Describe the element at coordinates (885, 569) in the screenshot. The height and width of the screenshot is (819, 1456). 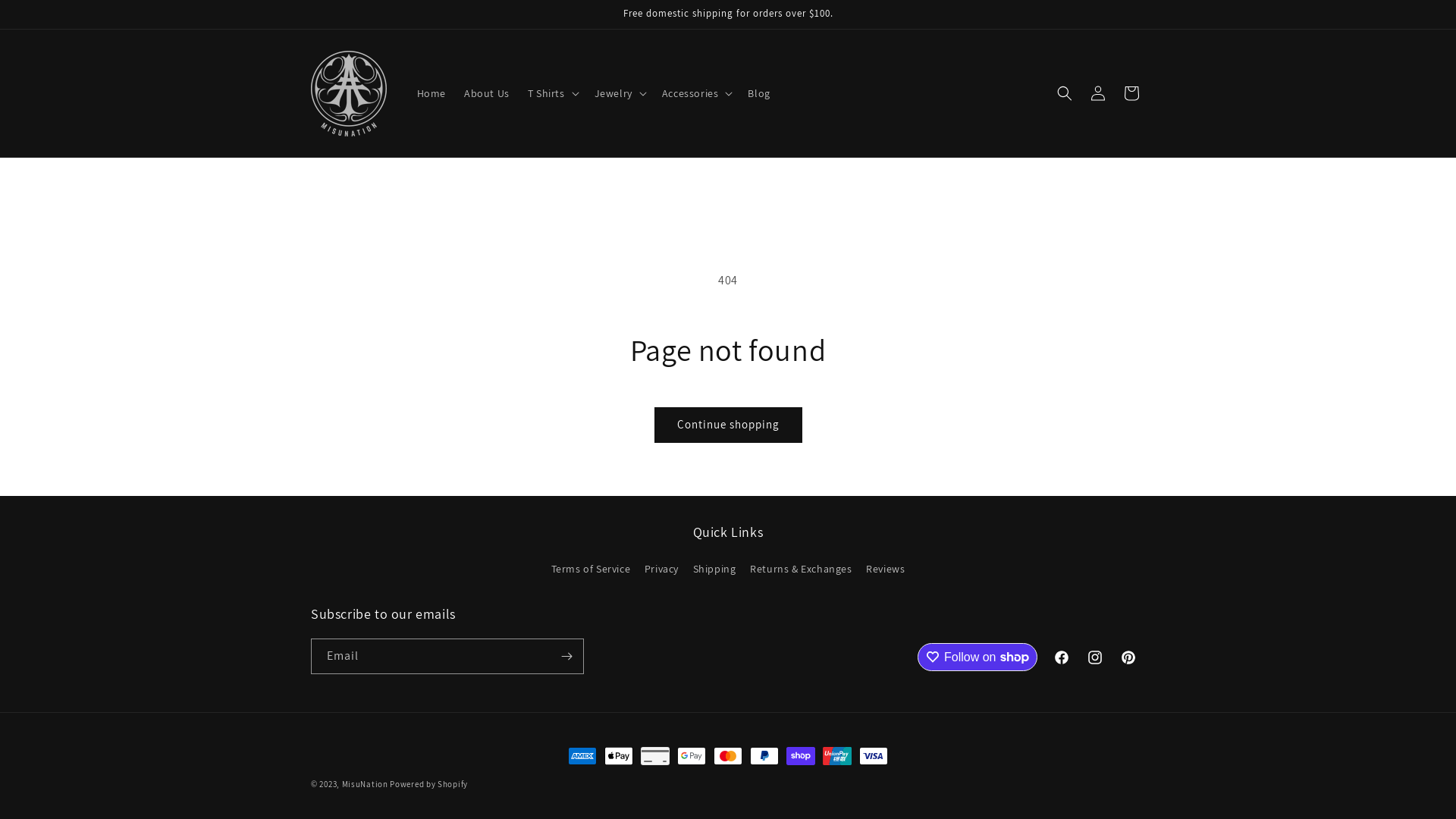
I see `'Reviews'` at that location.